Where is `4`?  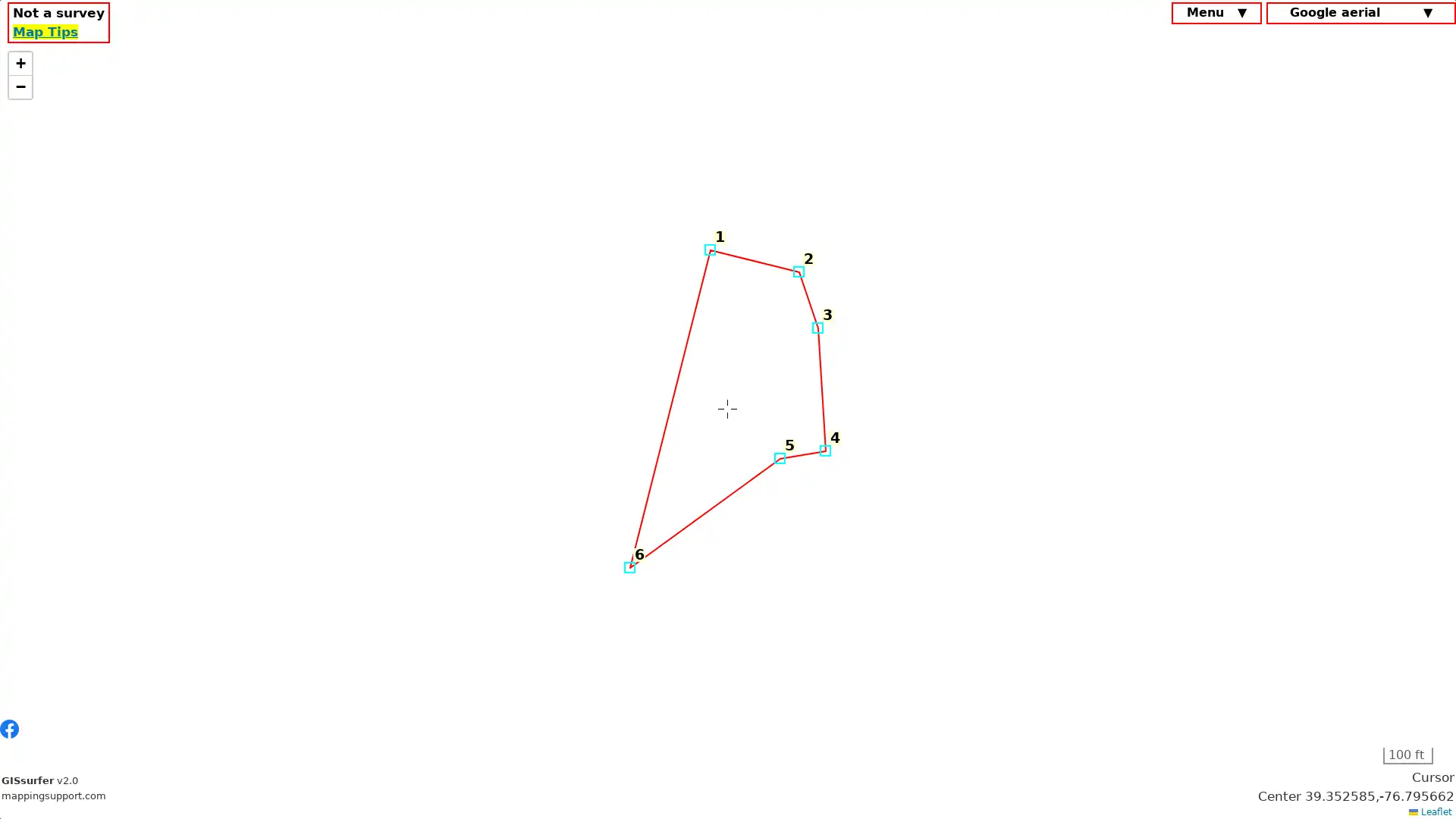 4 is located at coordinates (833, 438).